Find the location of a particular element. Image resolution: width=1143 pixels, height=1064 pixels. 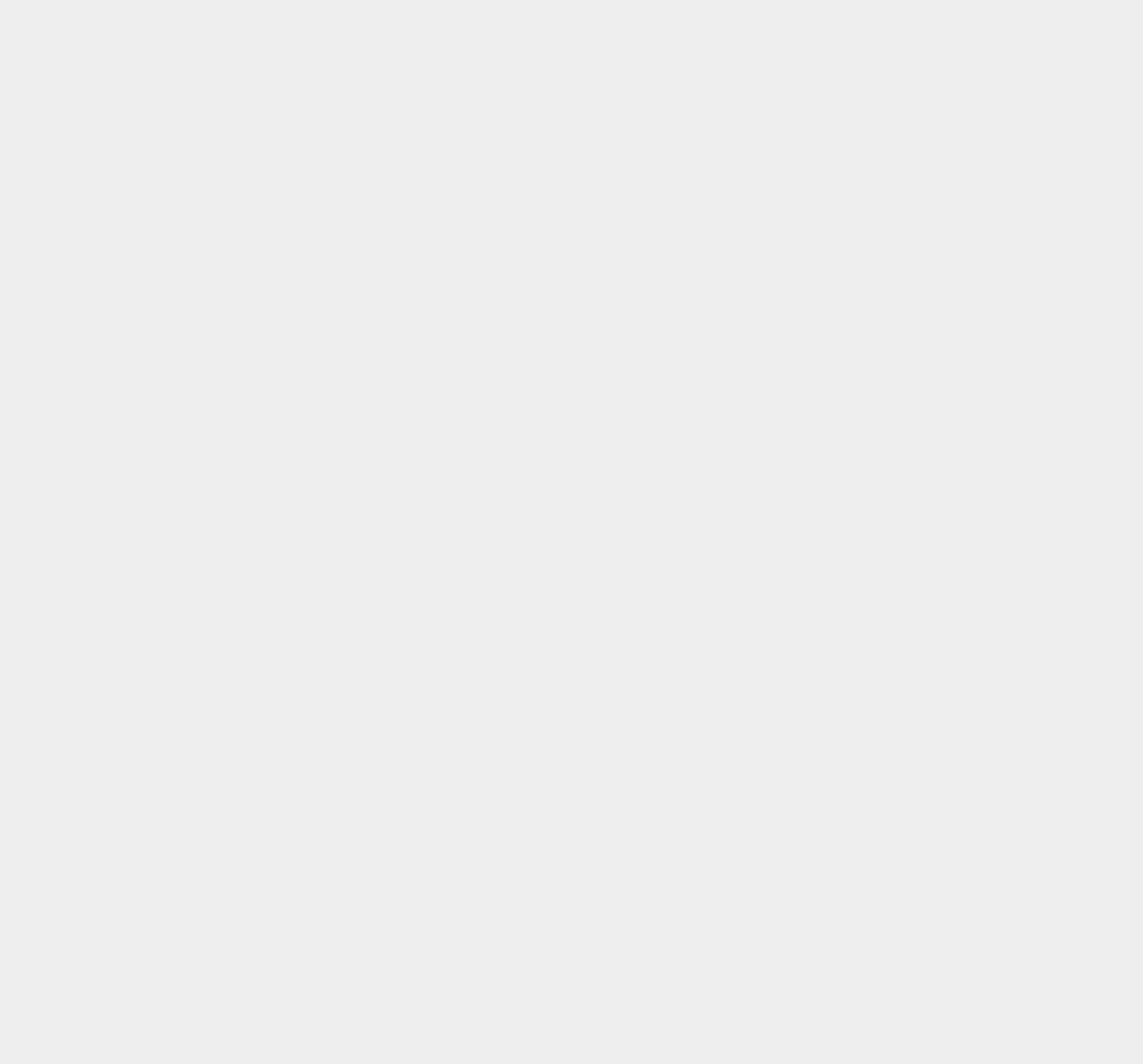

'Mobile' is located at coordinates (827, 802).